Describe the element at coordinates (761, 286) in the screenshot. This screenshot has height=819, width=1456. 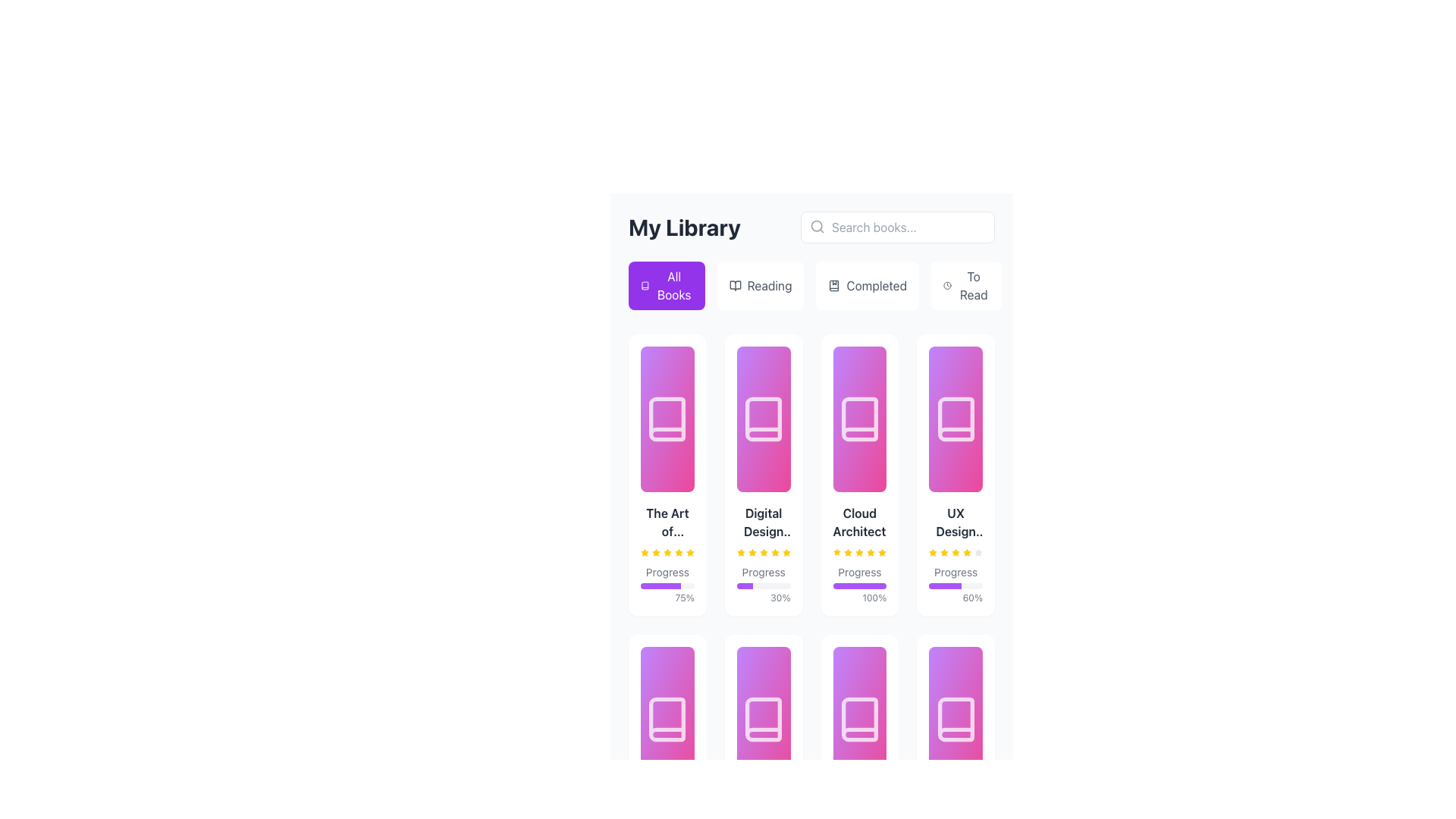
I see `the 'Reading' button in the 'My Library' section to filter the list to currently reading books` at that location.